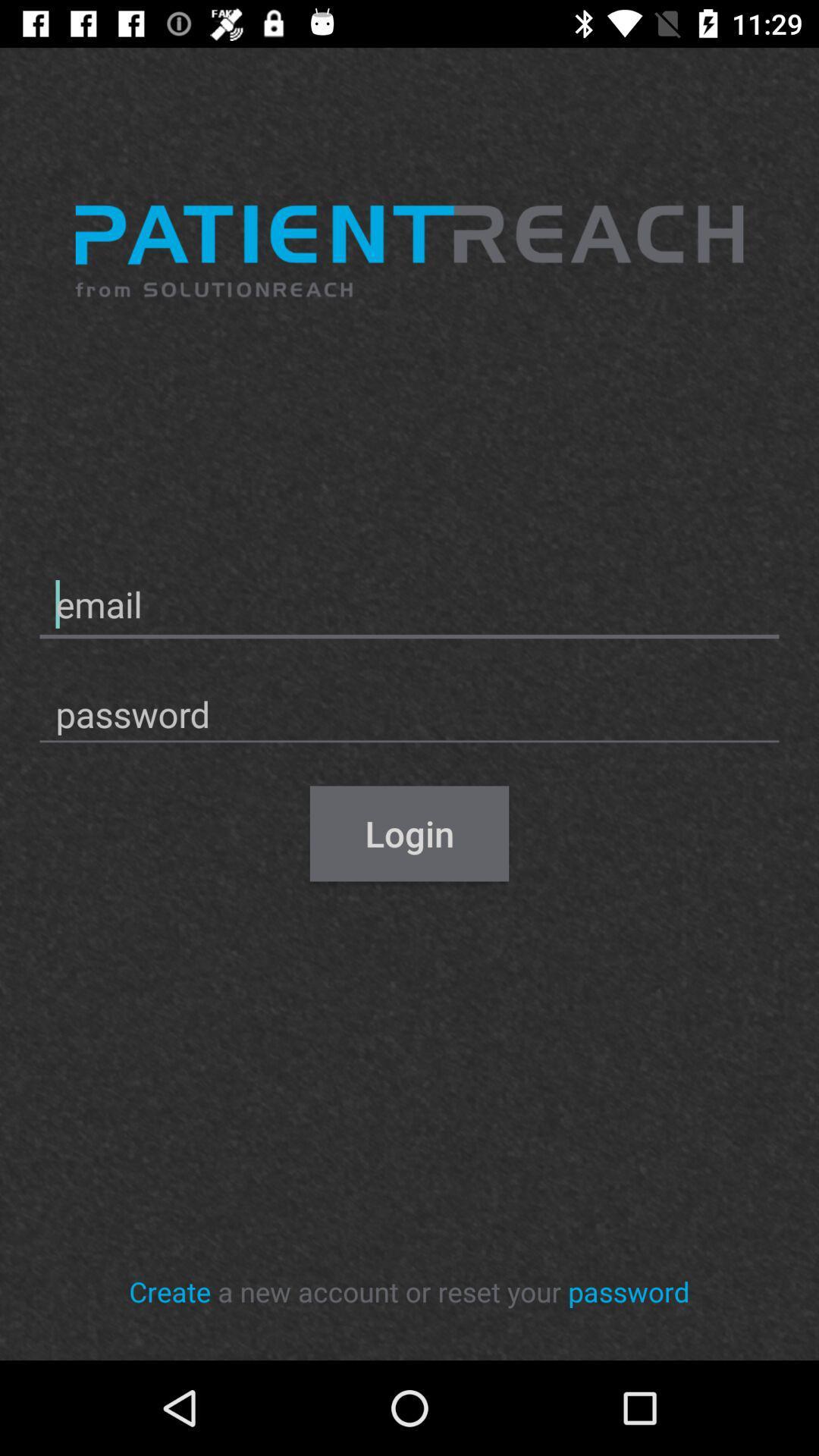 The image size is (819, 1456). I want to click on item above the a new account icon, so click(409, 833).